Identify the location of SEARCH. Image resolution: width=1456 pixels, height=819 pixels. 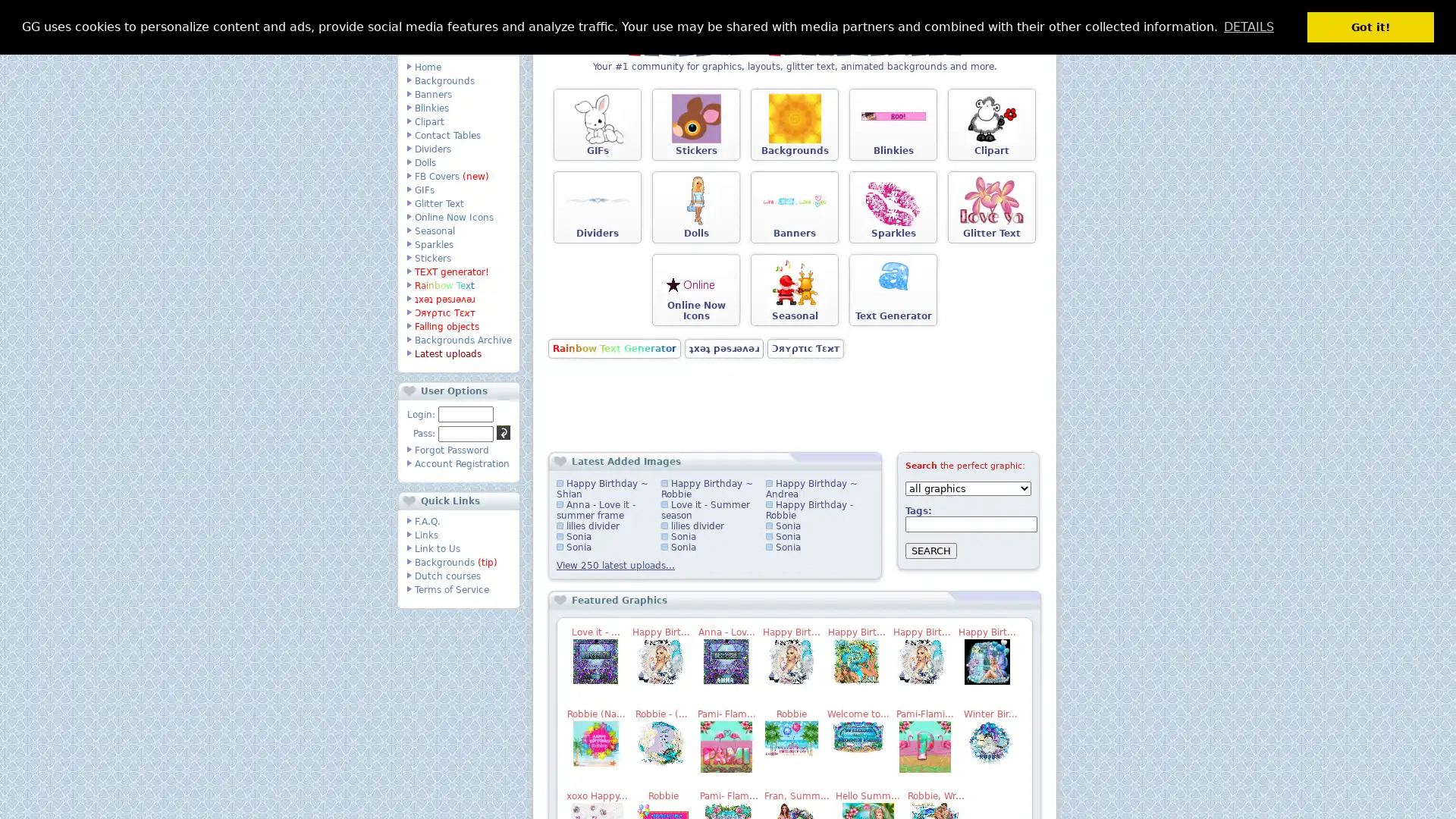
(930, 551).